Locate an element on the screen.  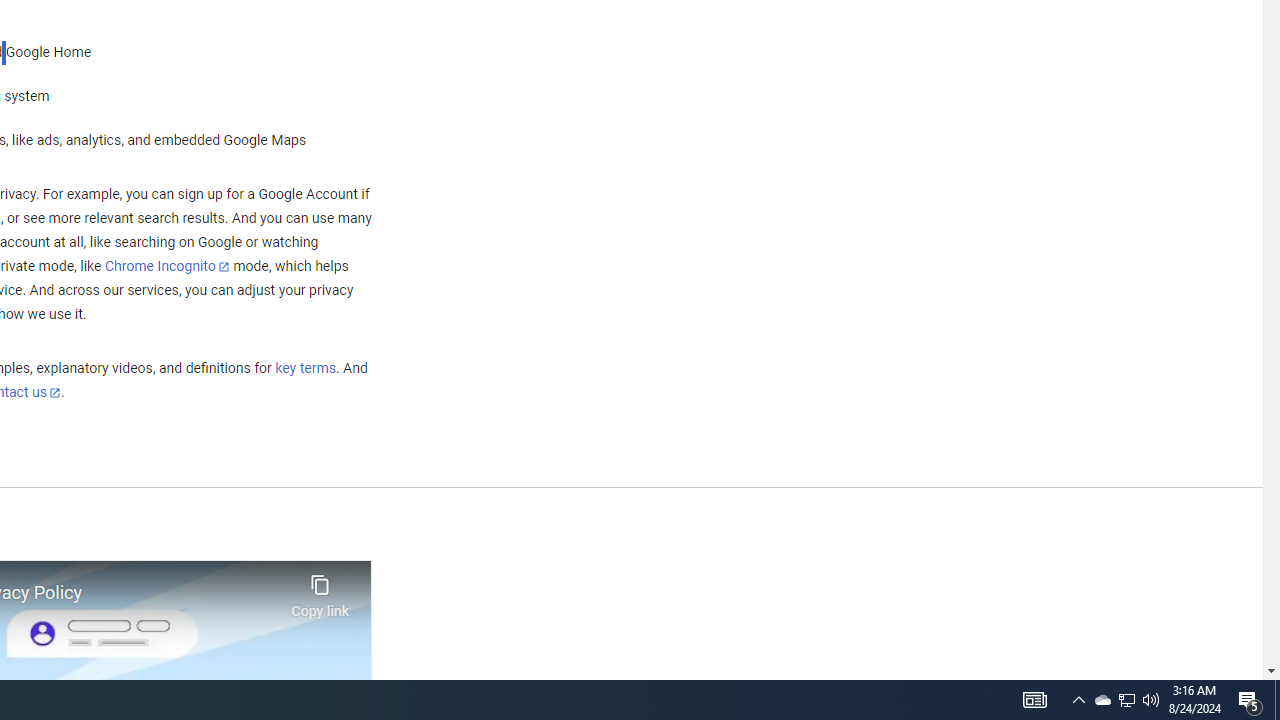
'key terms' is located at coordinates (304, 368).